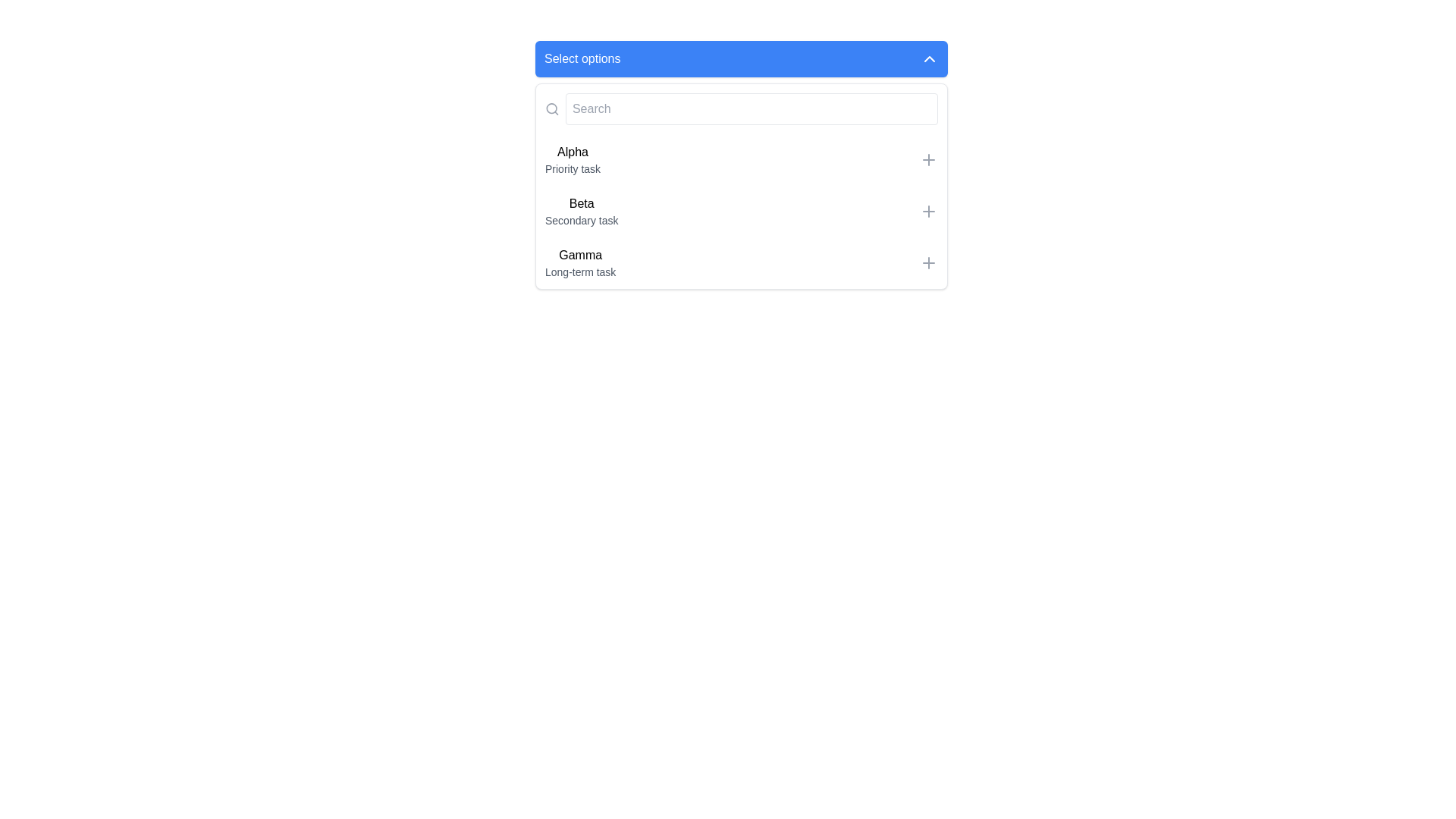  I want to click on the icon button located adjacent to the right edge of the 'Alpha Priority task' row, so click(927, 160).